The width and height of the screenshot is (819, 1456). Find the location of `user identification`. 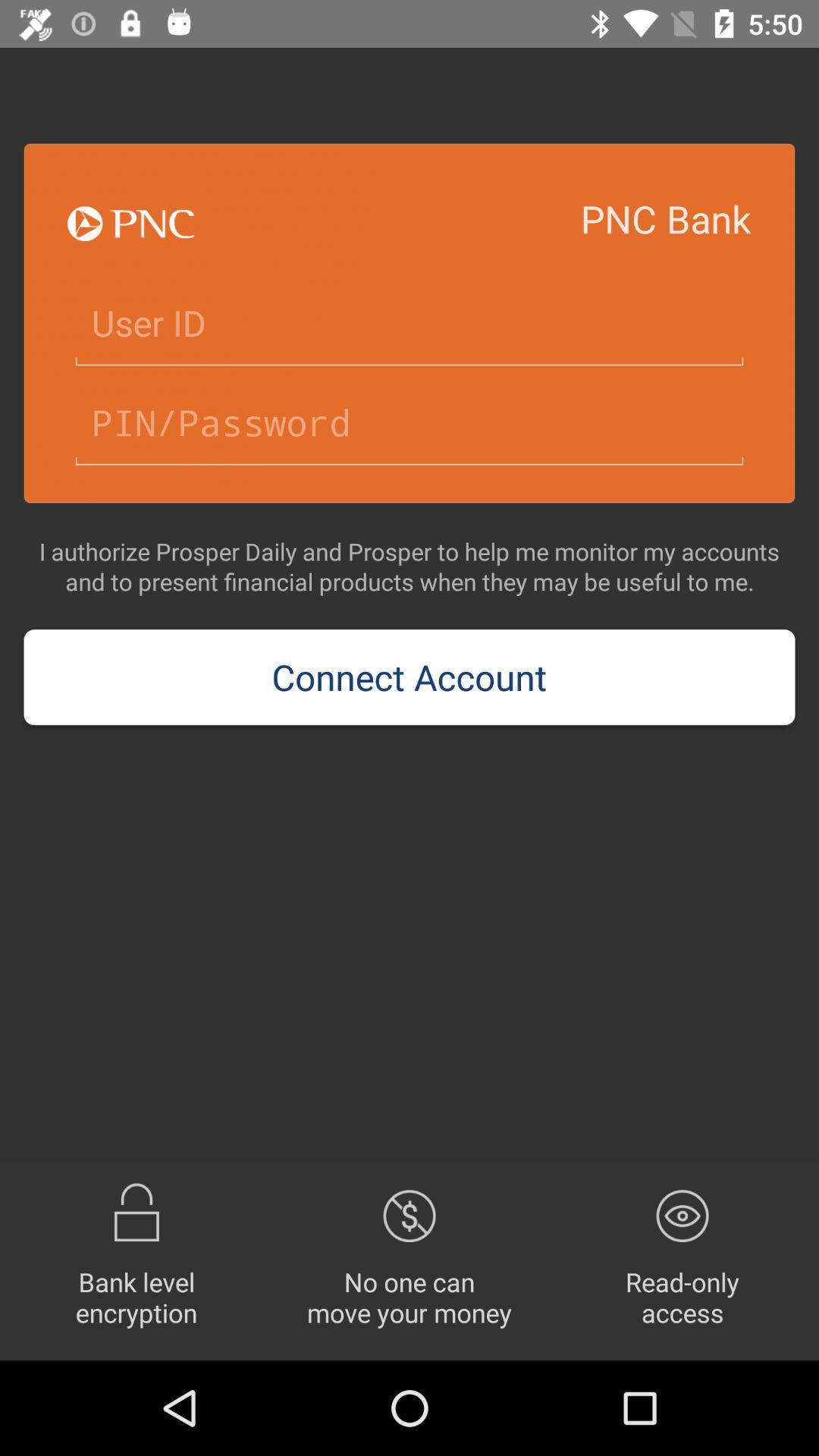

user identification is located at coordinates (409, 323).